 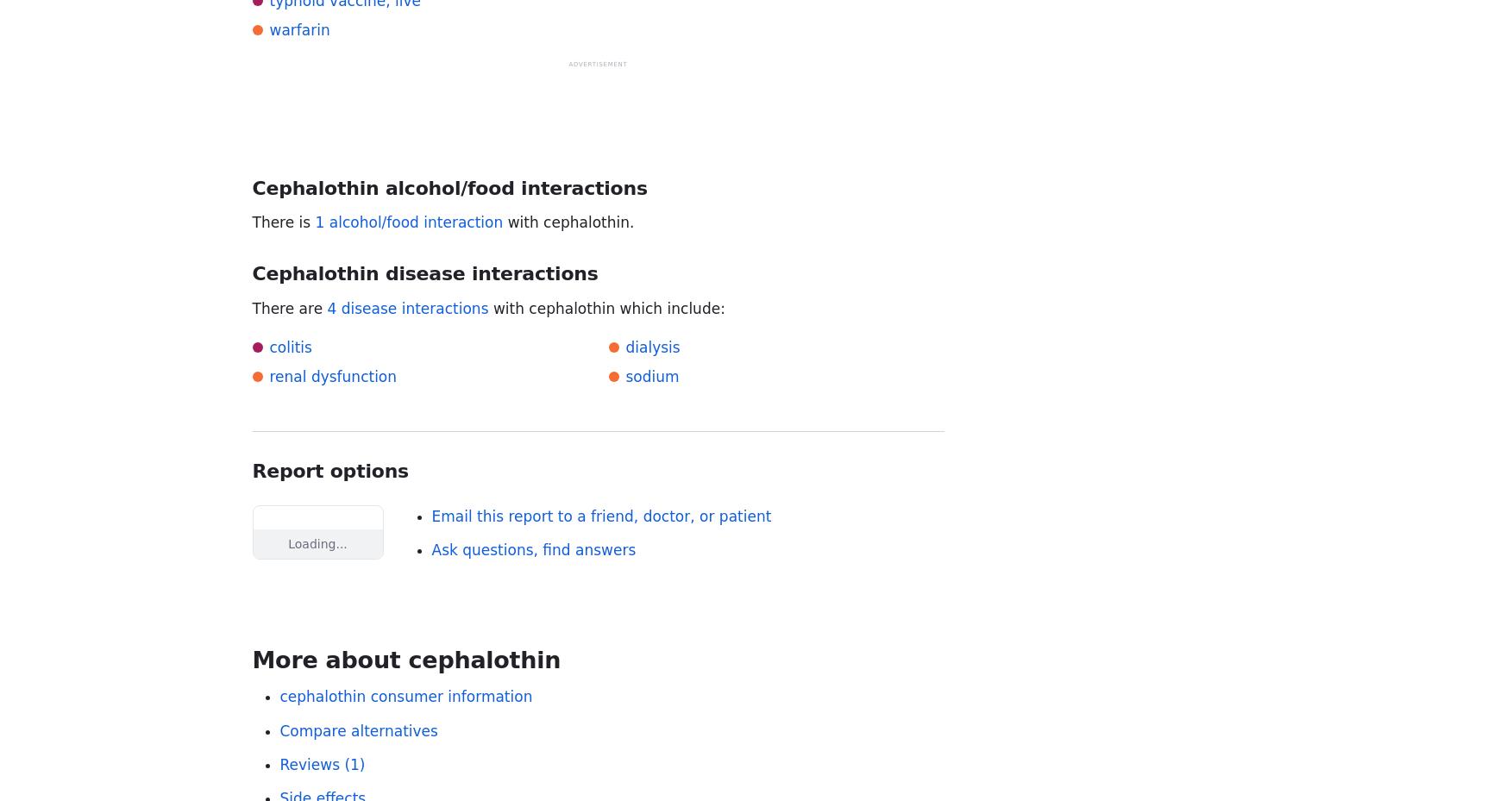 What do you see at coordinates (406, 308) in the screenshot?
I see `'4 disease interactions'` at bounding box center [406, 308].